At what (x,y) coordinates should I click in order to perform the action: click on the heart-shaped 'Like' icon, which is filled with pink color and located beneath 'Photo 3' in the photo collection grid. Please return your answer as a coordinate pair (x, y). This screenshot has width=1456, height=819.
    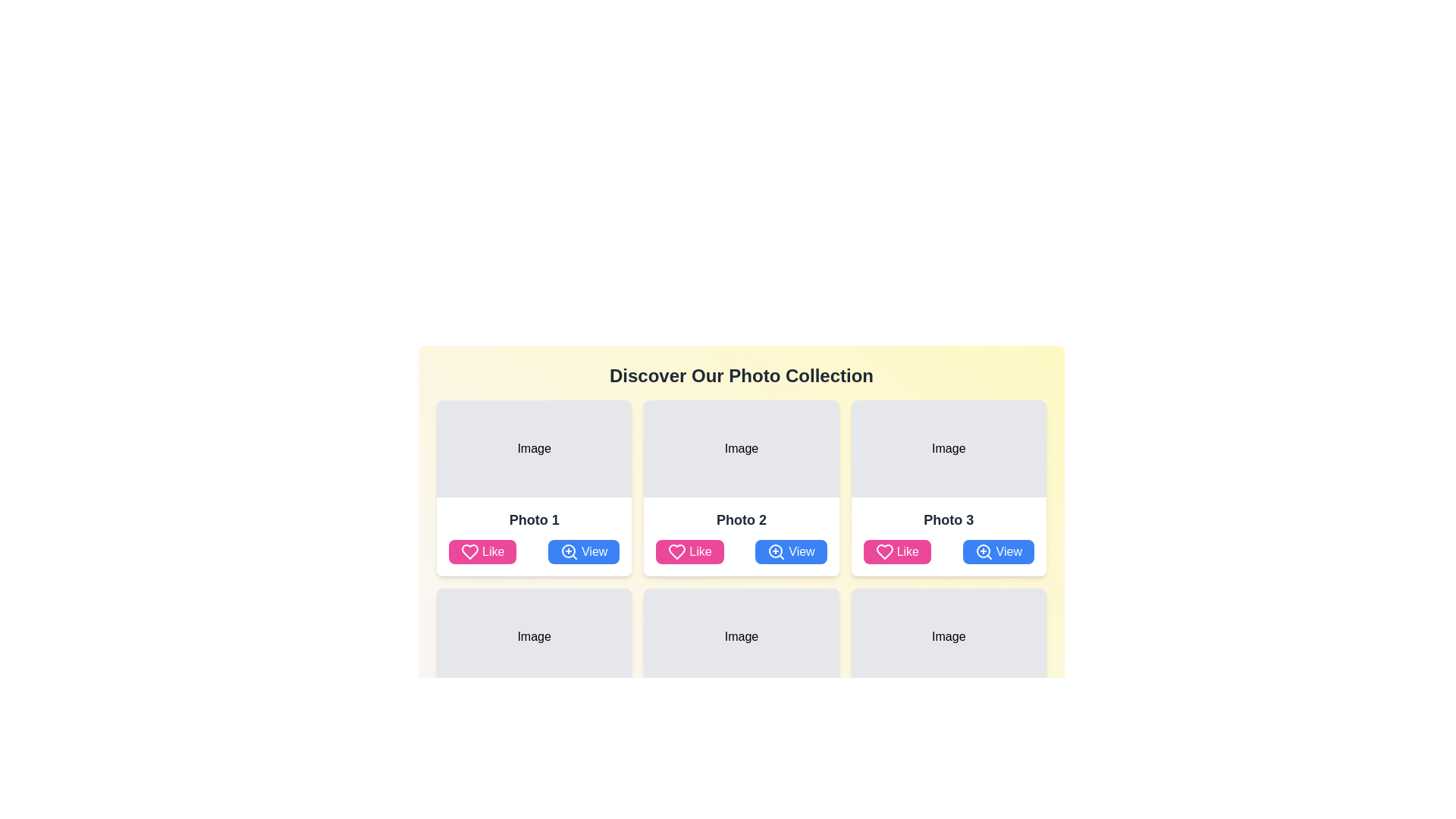
    Looking at the image, I should click on (884, 552).